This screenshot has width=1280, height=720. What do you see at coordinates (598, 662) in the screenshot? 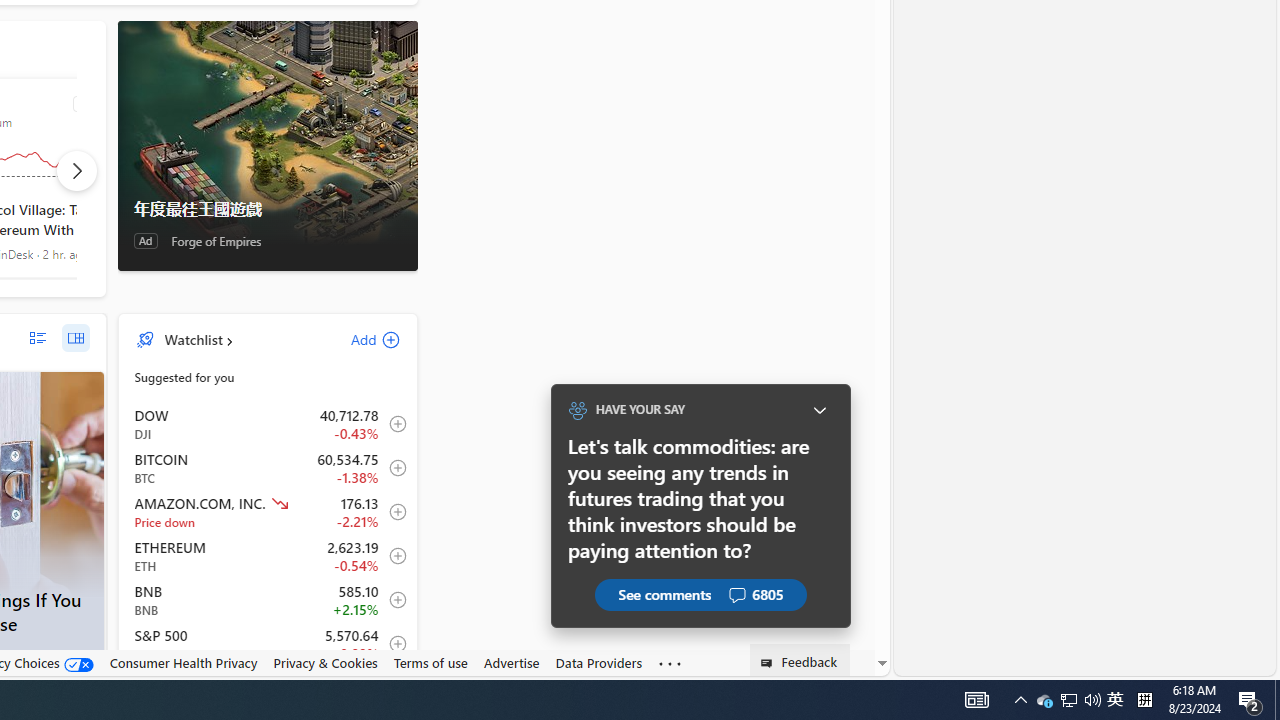
I see `'Data Providers'` at bounding box center [598, 662].